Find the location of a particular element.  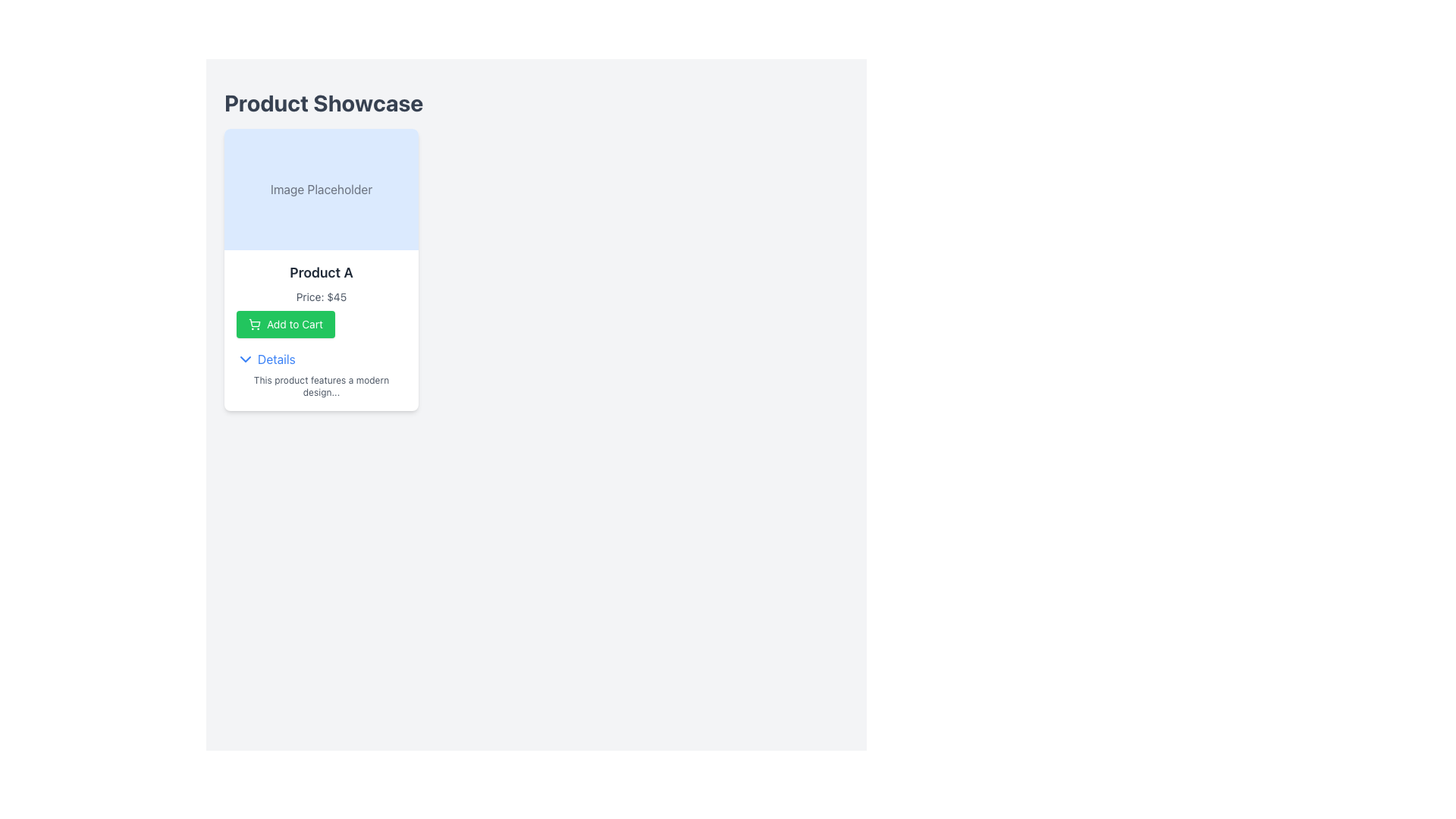

the 'Add to Cart' icon is located at coordinates (255, 322).